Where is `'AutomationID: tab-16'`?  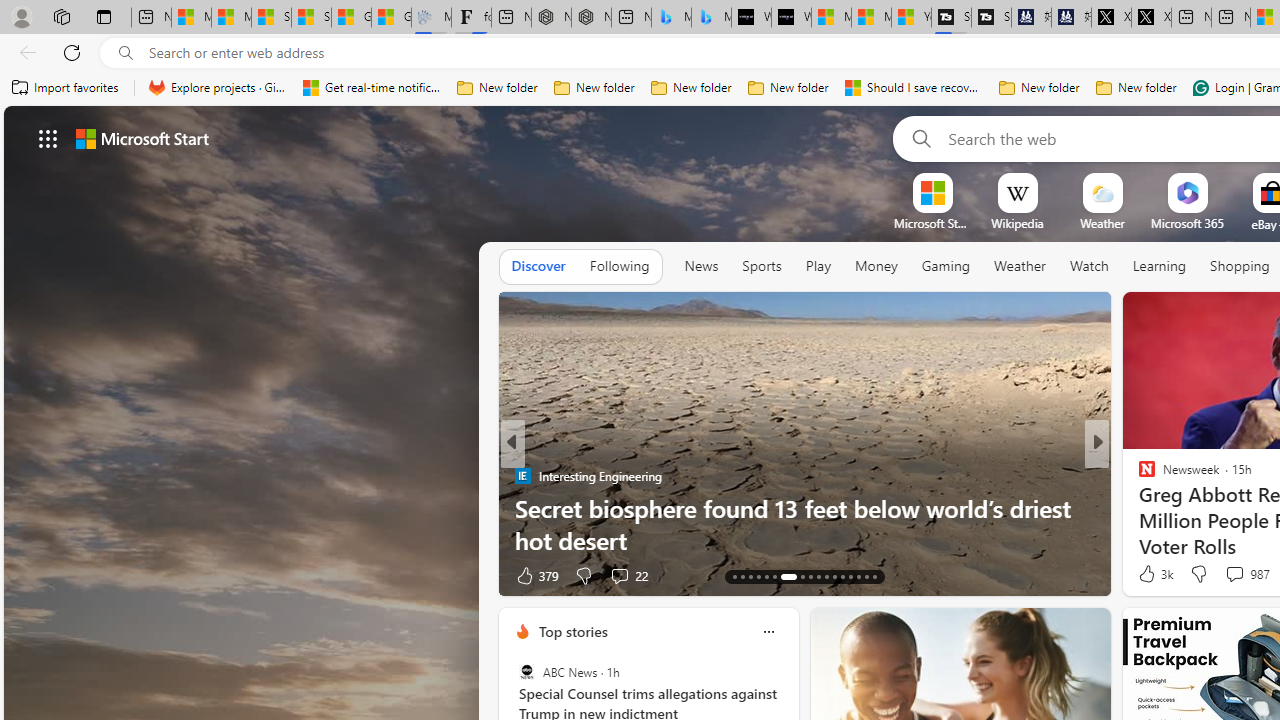 'AutomationID: tab-16' is located at coordinates (757, 577).